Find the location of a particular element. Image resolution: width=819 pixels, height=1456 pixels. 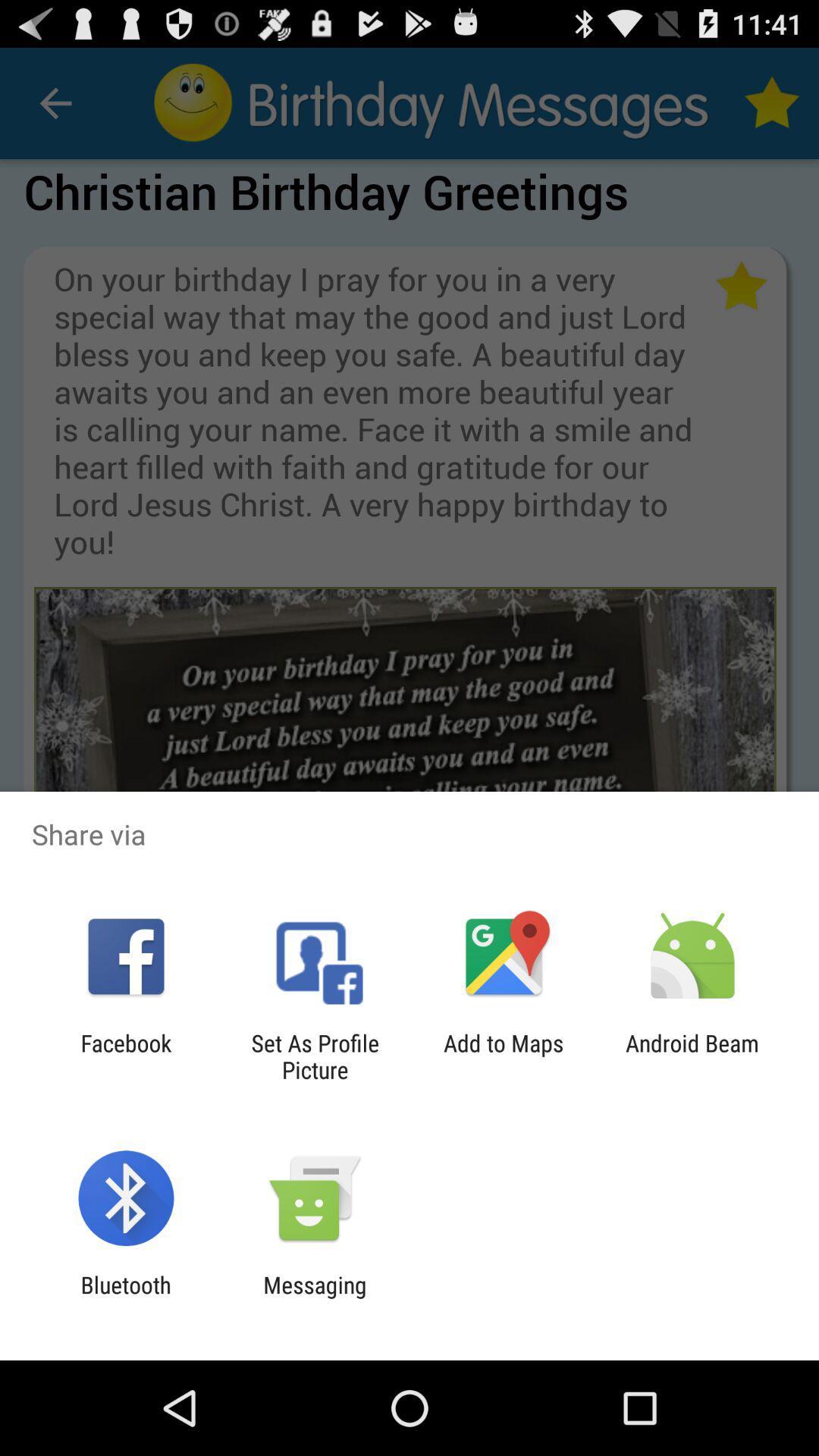

the facebook is located at coordinates (125, 1056).